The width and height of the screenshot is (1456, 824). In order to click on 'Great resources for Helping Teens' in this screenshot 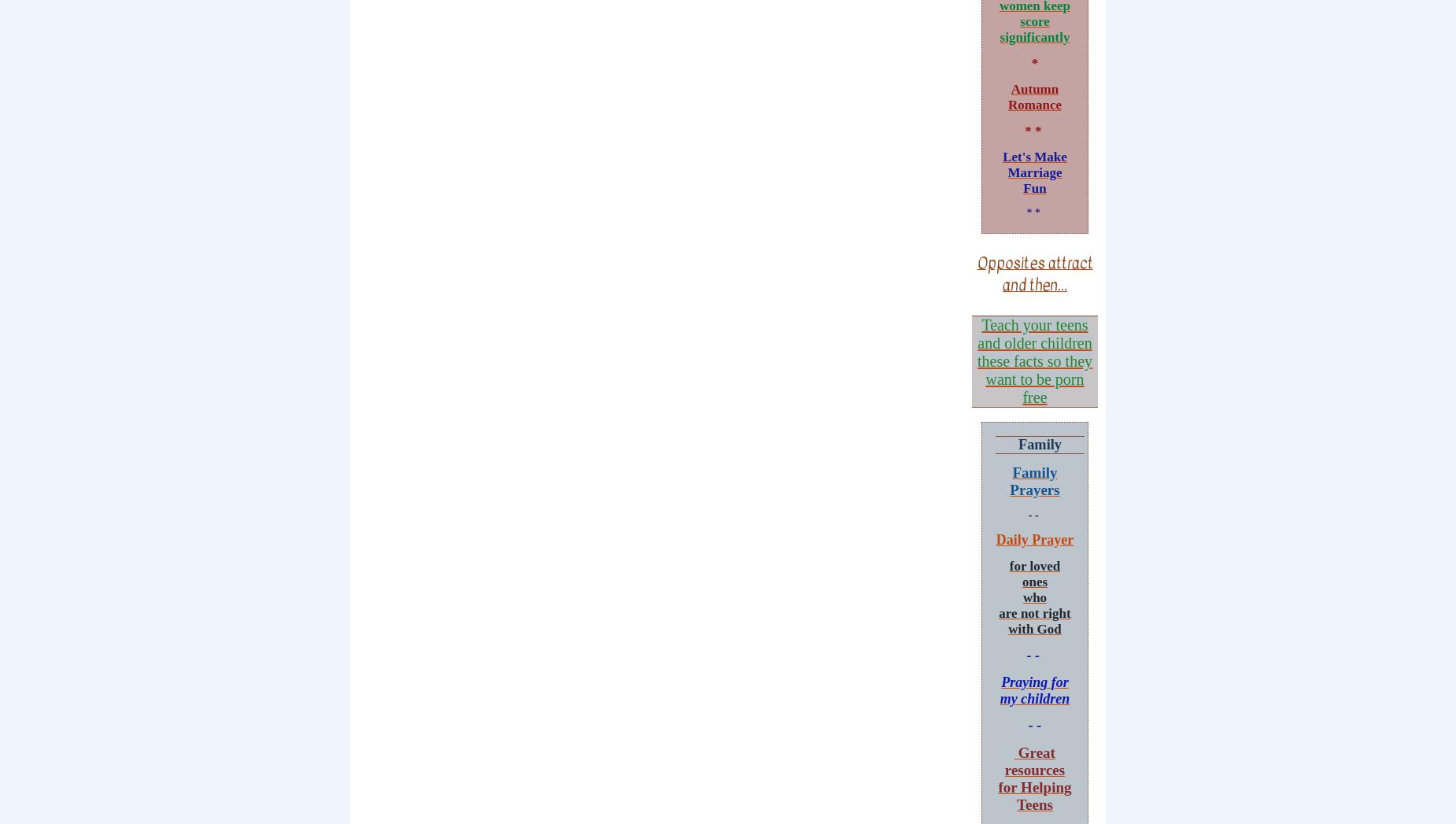, I will do `click(1033, 777)`.